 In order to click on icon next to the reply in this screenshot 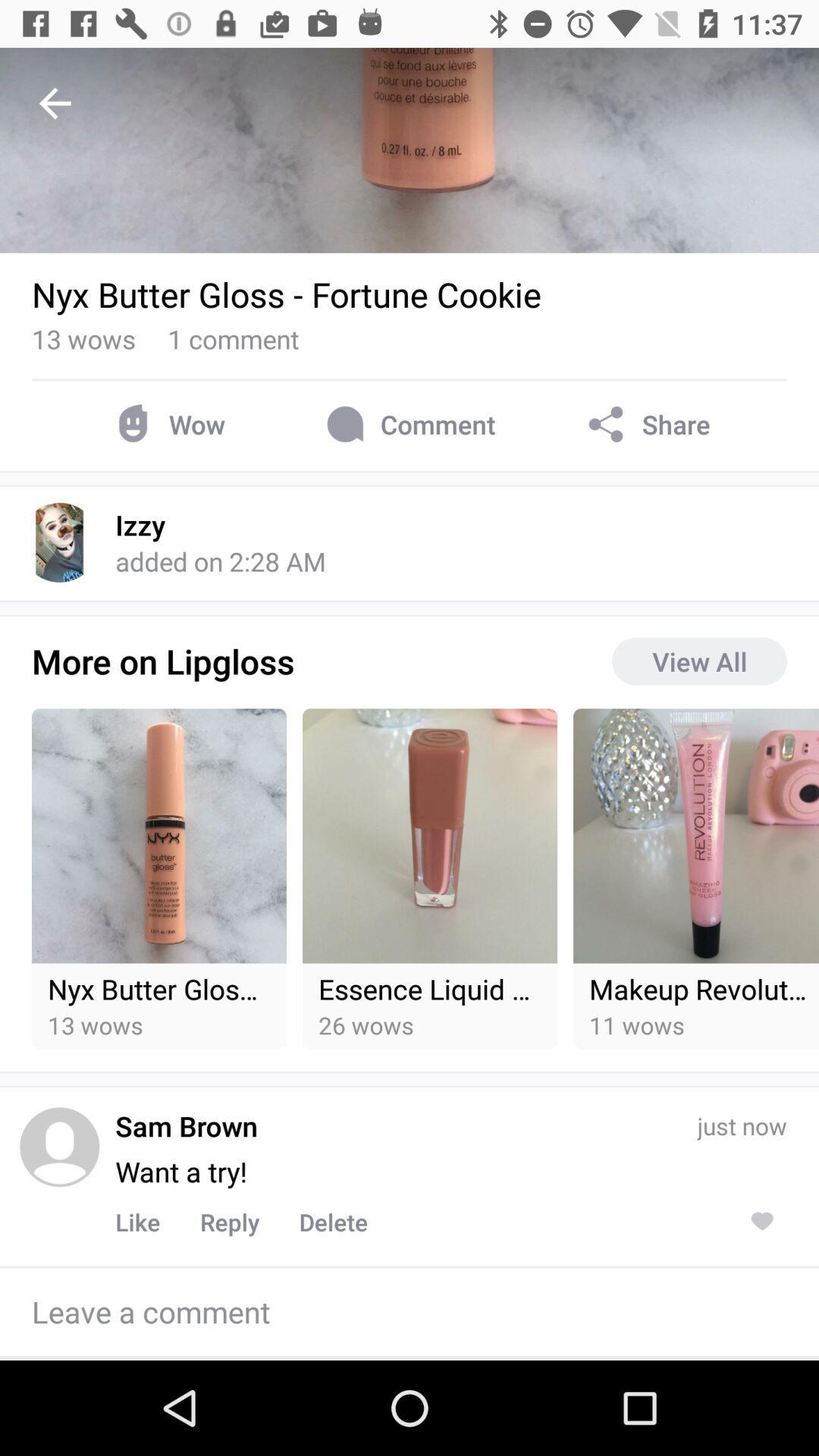, I will do `click(332, 1222)`.